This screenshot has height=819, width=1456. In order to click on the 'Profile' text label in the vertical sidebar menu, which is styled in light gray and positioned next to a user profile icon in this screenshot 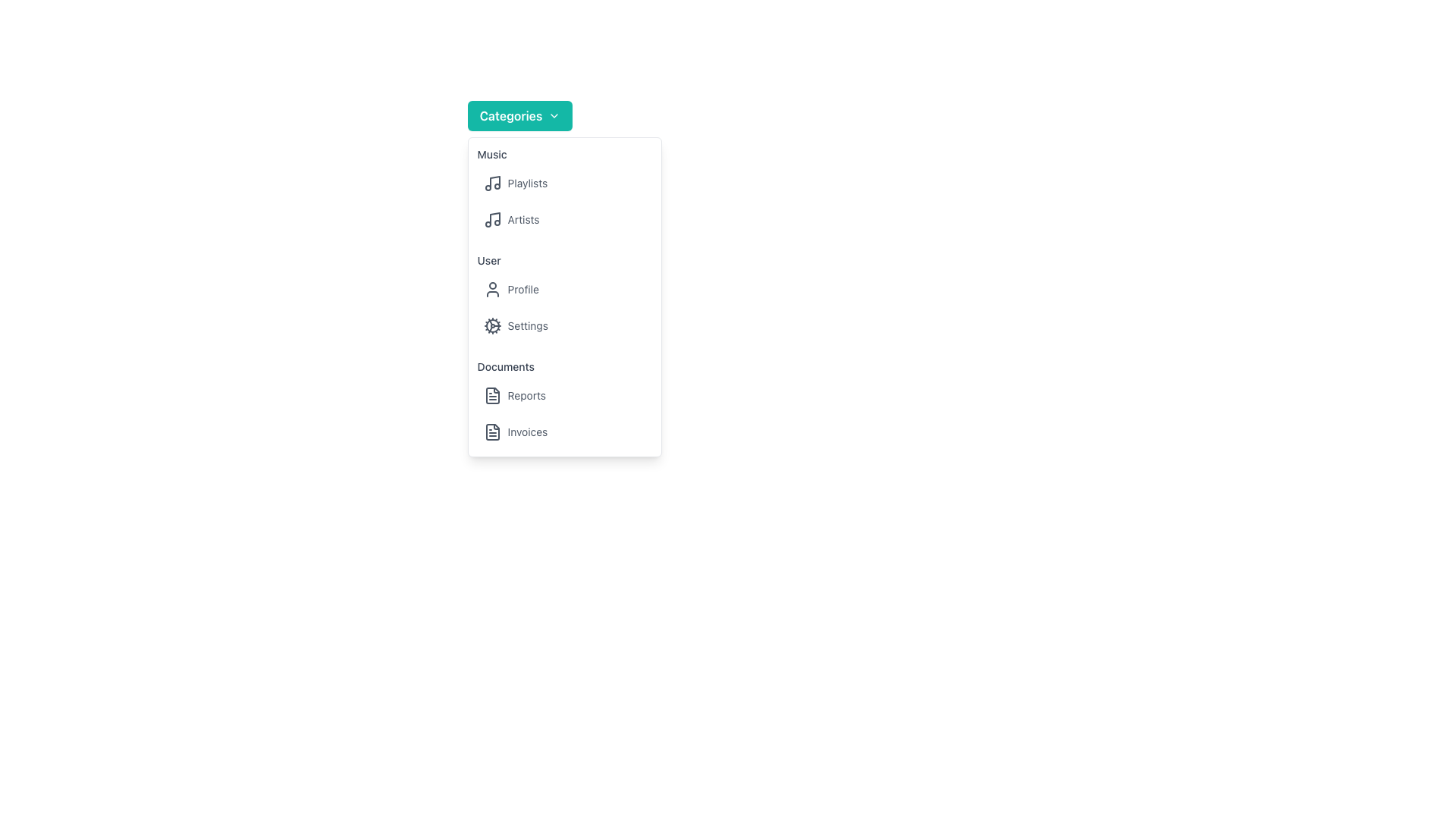, I will do `click(523, 289)`.